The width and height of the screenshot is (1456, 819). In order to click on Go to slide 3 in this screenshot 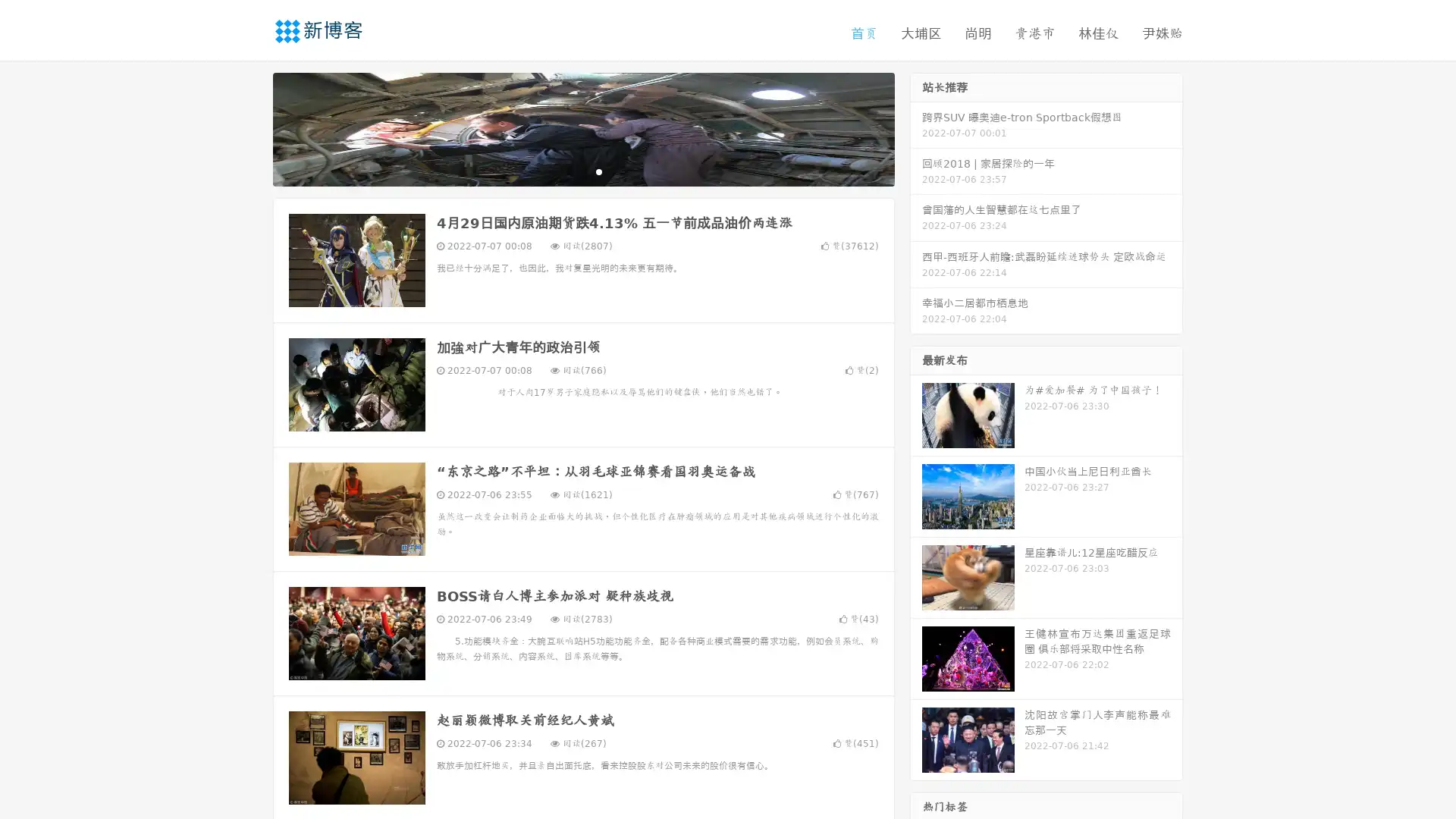, I will do `click(598, 171)`.